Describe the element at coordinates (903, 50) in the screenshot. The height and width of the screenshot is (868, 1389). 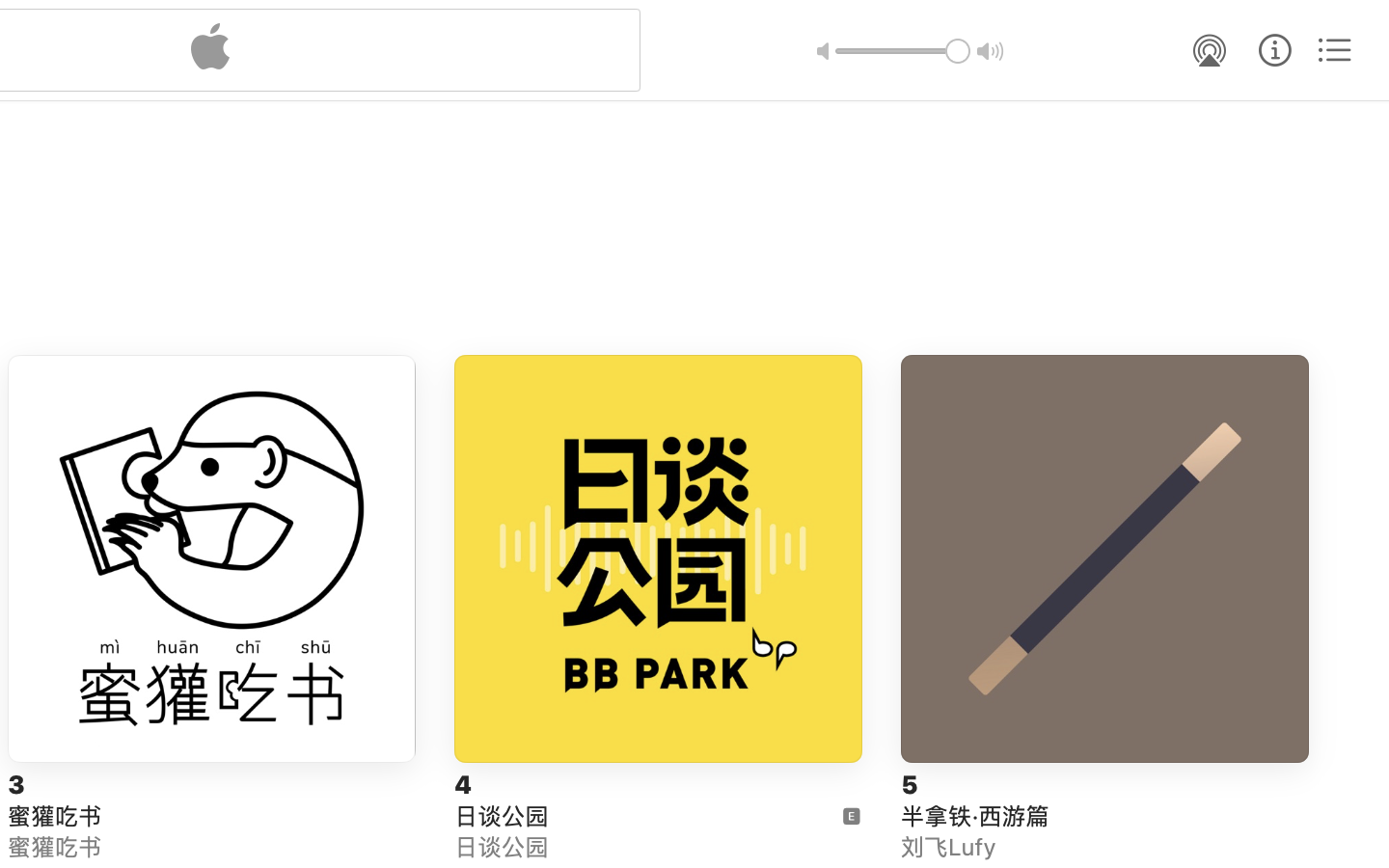
I see `'1.0'` at that location.